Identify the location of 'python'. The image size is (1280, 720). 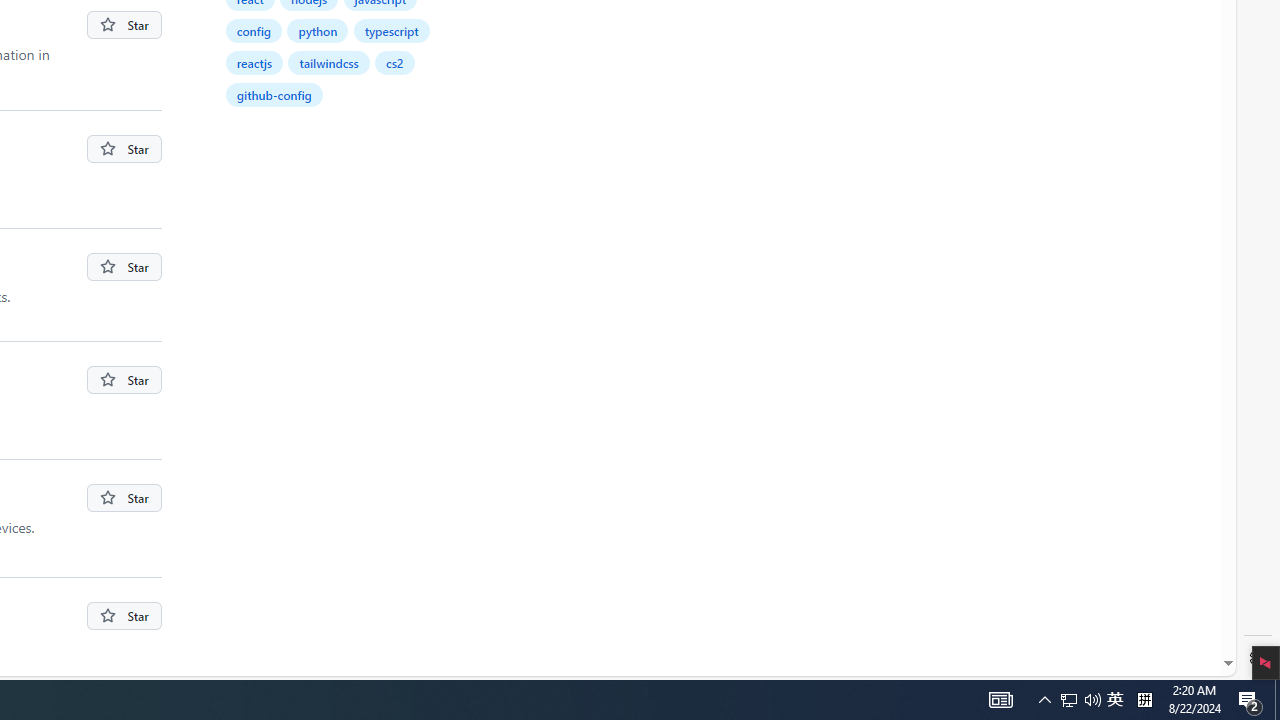
(317, 30).